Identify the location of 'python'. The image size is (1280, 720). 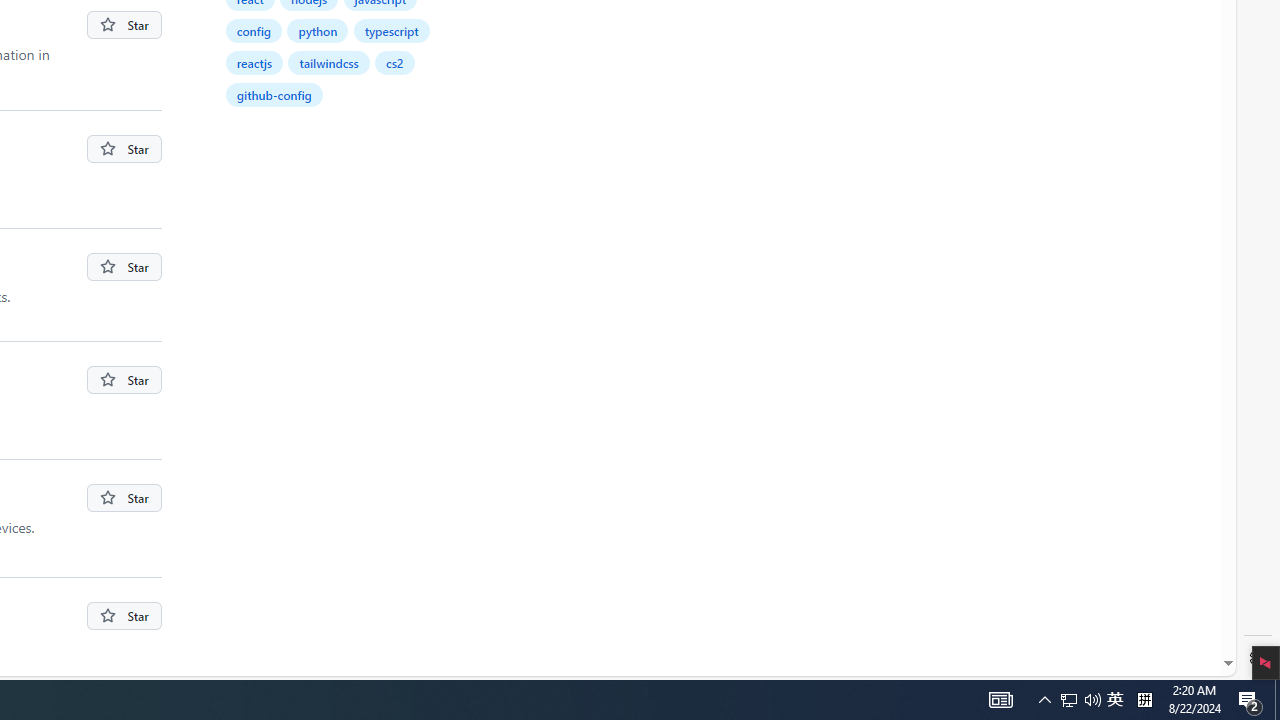
(317, 30).